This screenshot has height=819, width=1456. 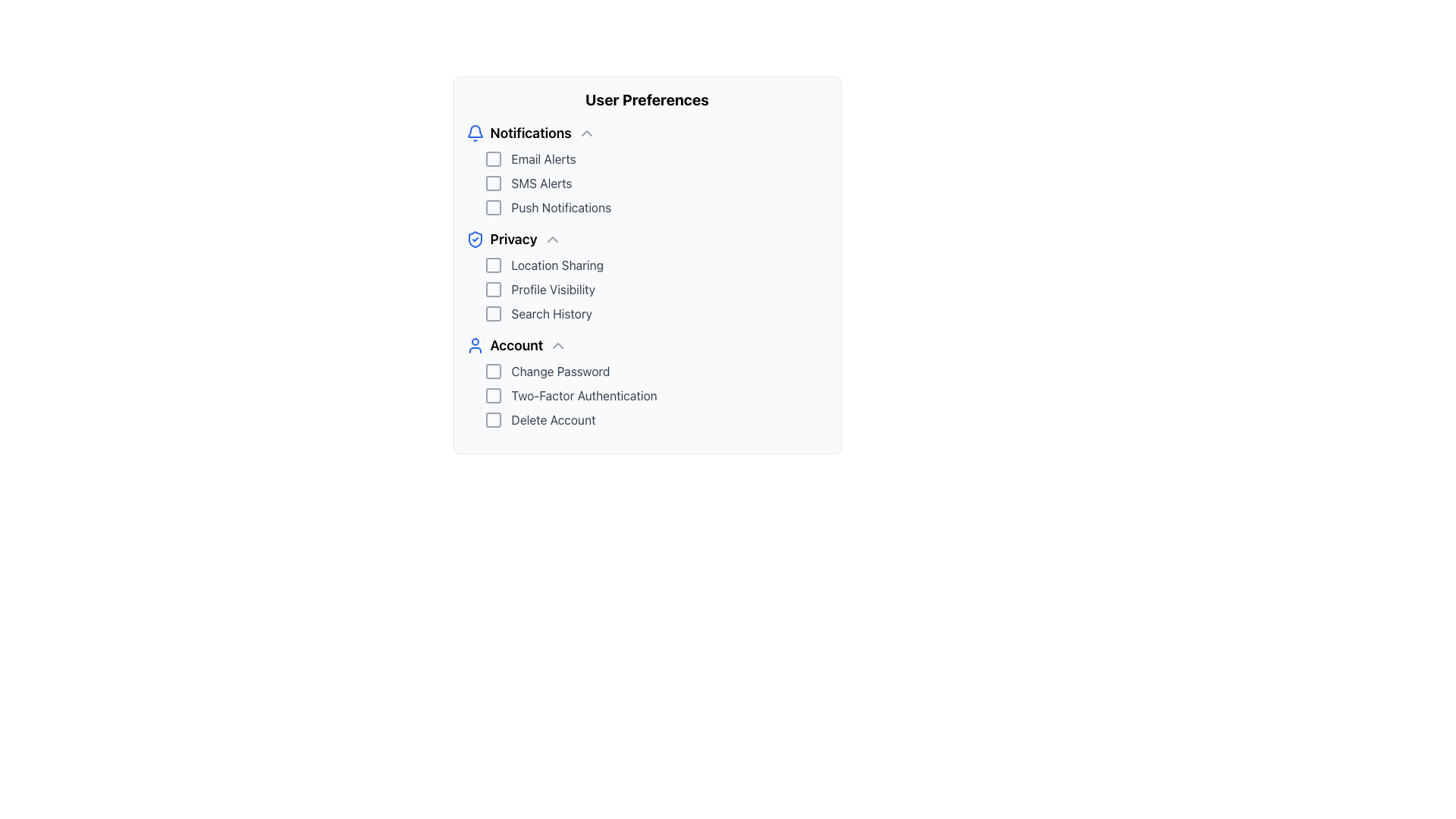 I want to click on the 'Change Password' text label located in the 'Account' section under the 'User Preferences' panel, which is positioned immediately to the right of the associated checkbox, so click(x=560, y=371).